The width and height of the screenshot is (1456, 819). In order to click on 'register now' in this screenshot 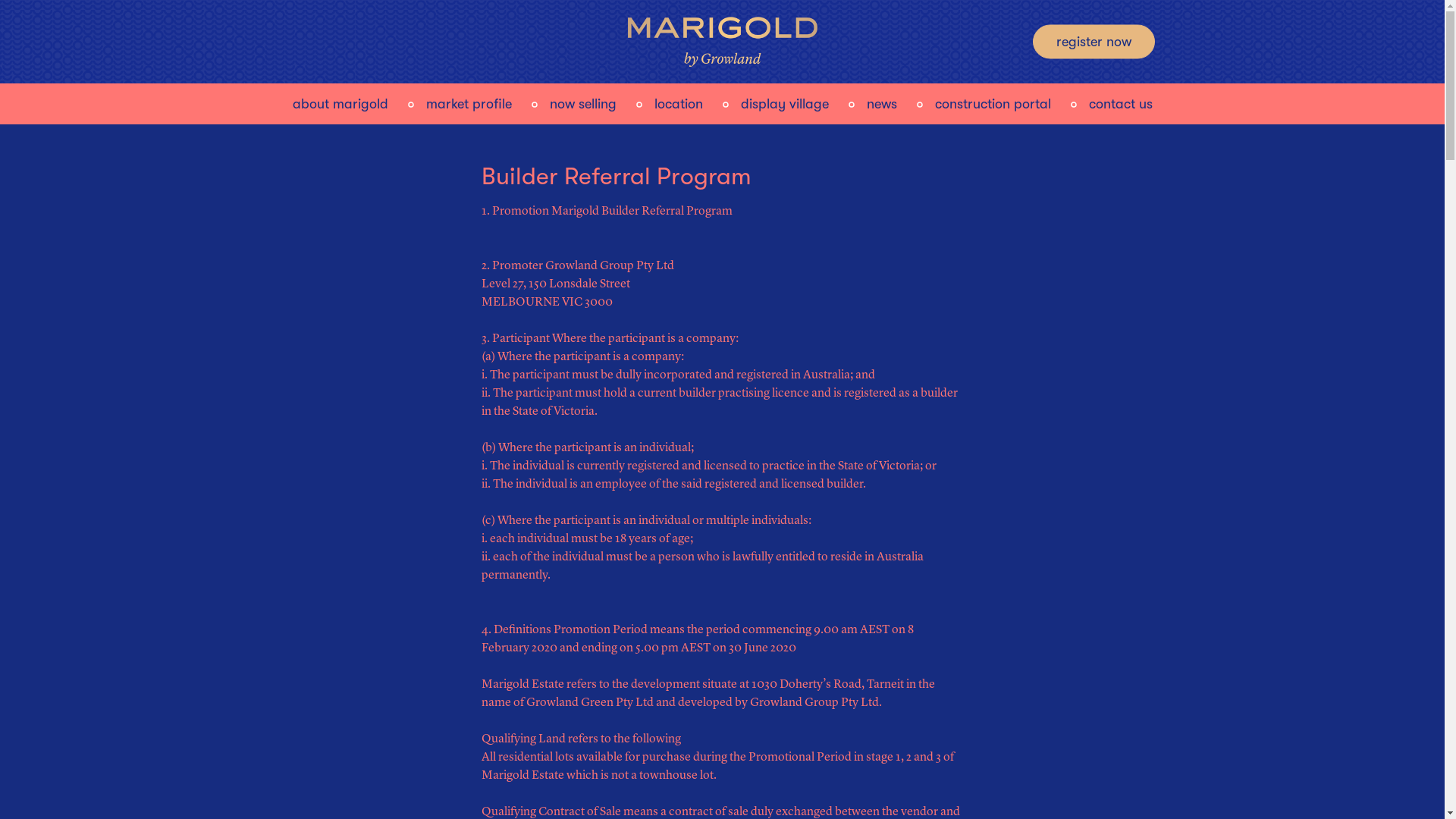, I will do `click(1094, 40)`.